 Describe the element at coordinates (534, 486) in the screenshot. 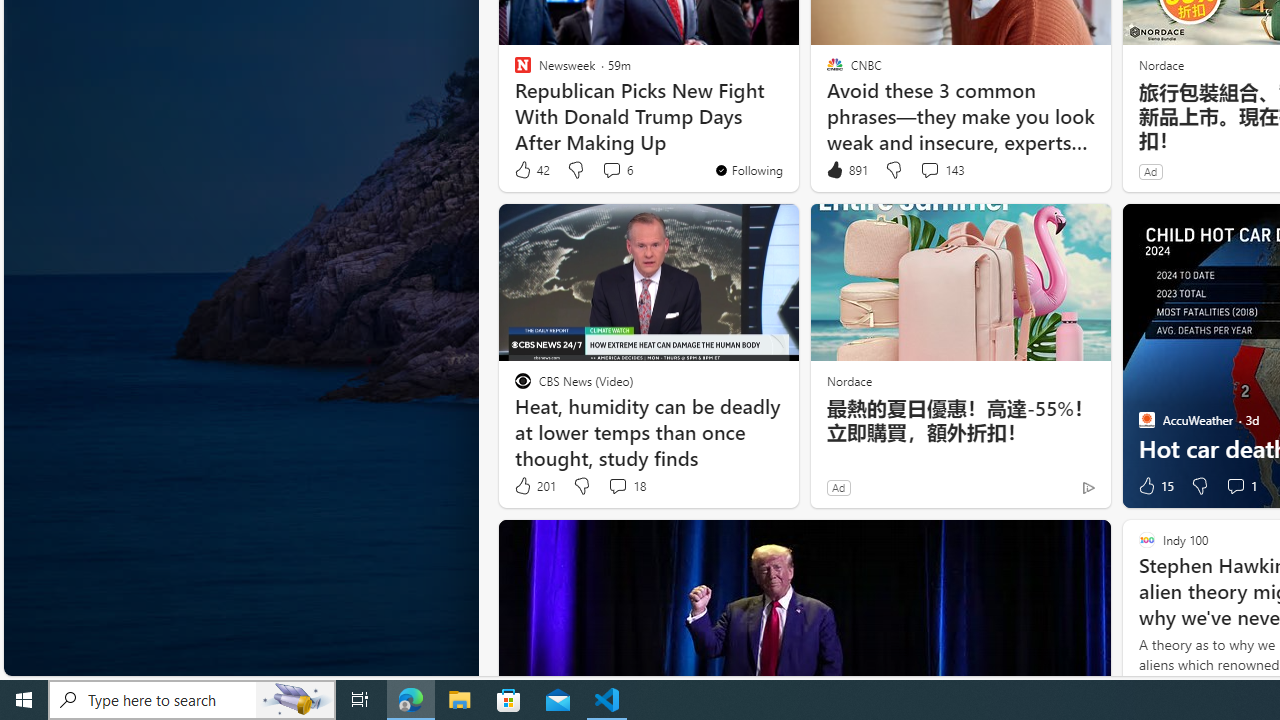

I see `'201 Like'` at that location.